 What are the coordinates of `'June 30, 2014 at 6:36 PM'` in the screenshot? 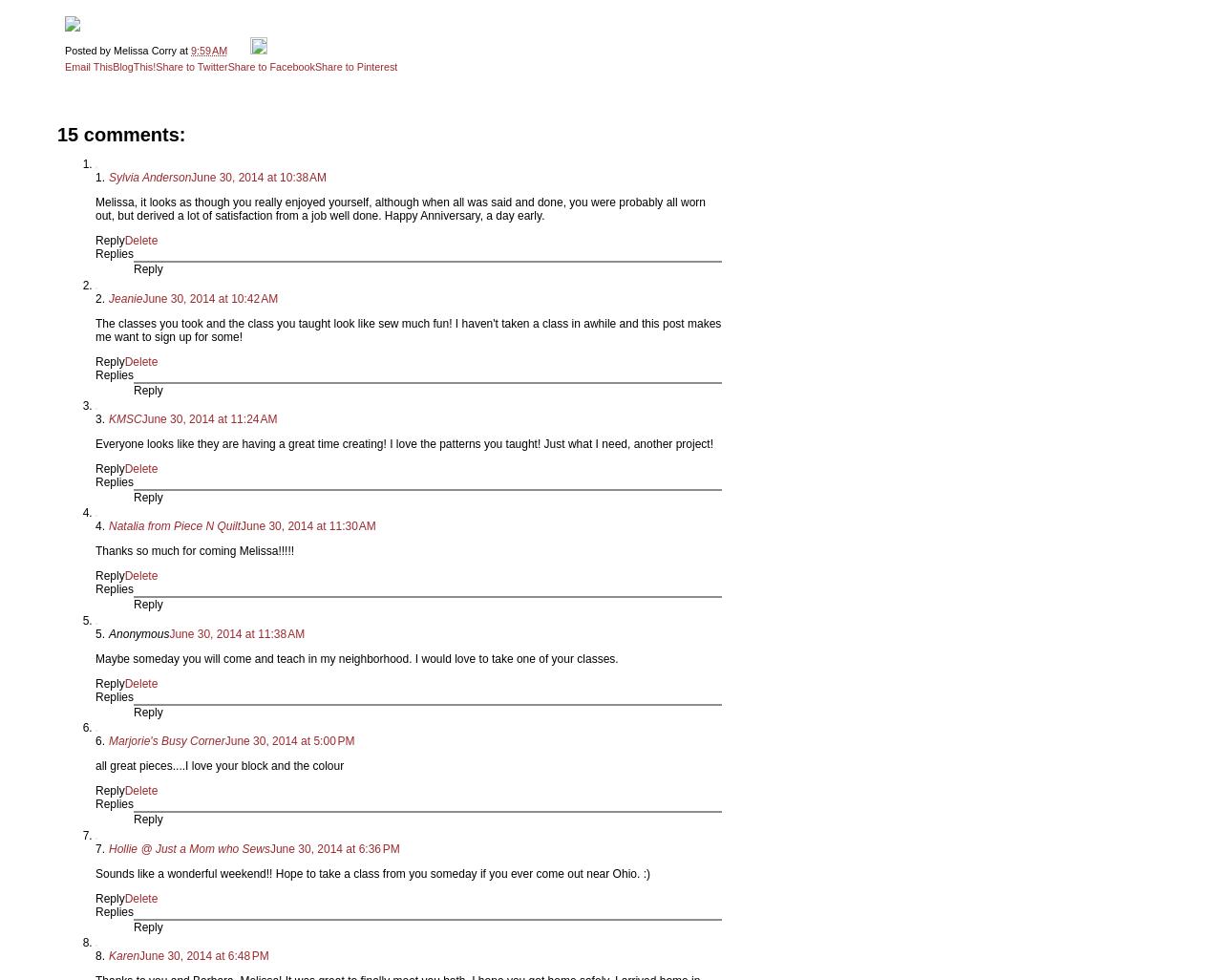 It's located at (333, 847).